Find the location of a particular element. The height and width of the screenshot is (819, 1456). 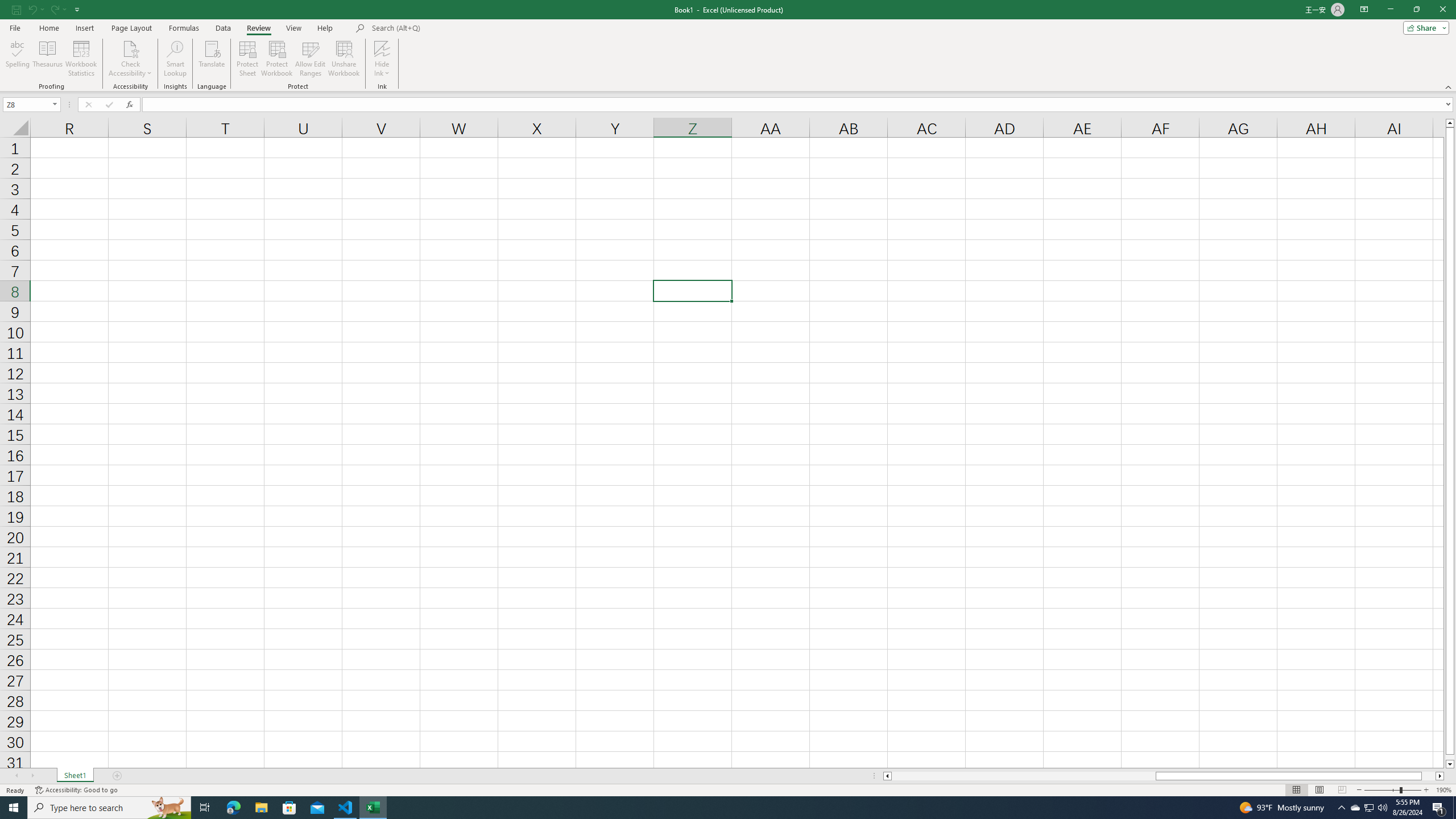

'Check Accessibility' is located at coordinates (130, 48).